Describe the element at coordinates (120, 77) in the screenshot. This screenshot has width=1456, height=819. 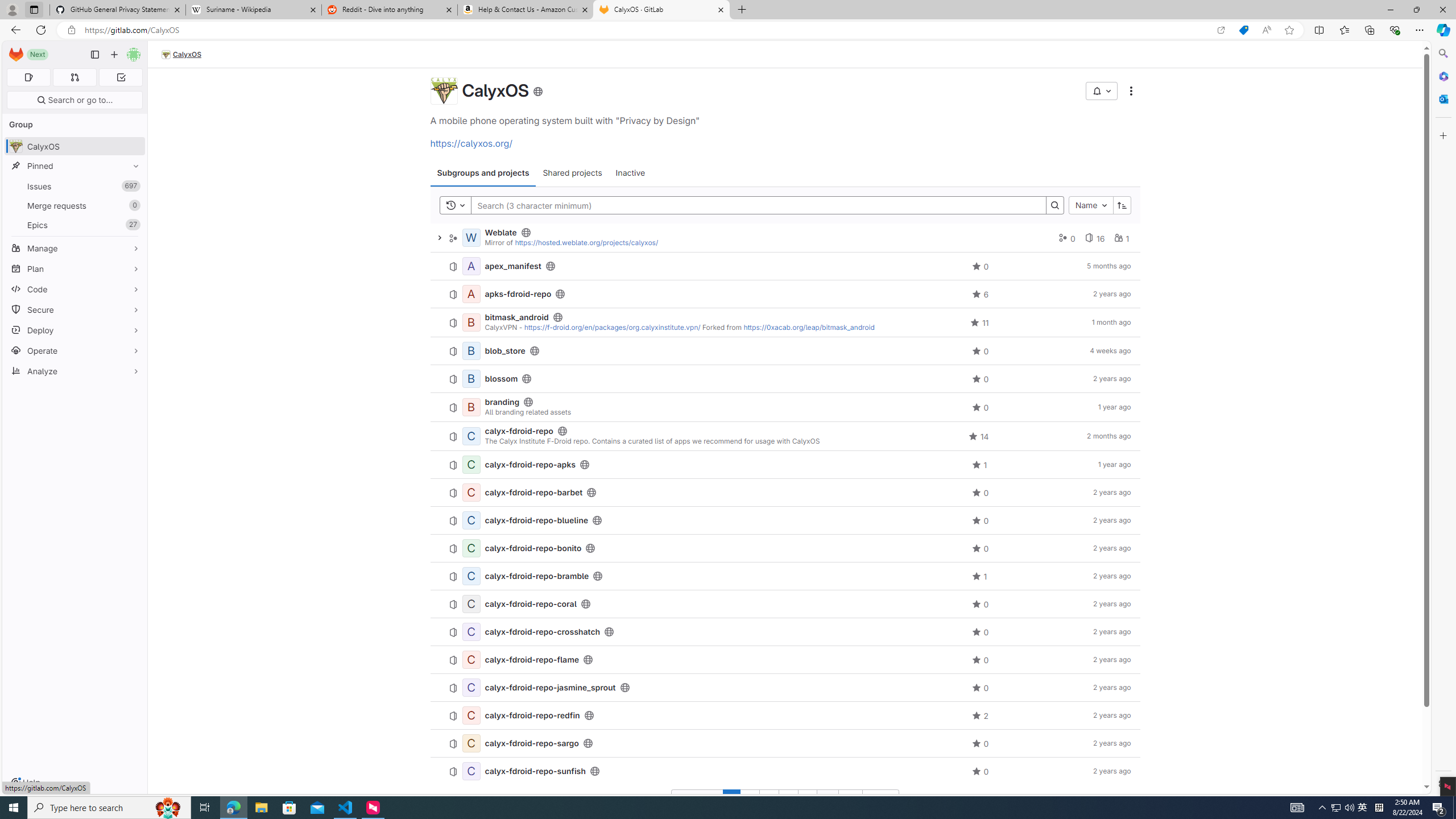
I see `'To-Do list 0'` at that location.